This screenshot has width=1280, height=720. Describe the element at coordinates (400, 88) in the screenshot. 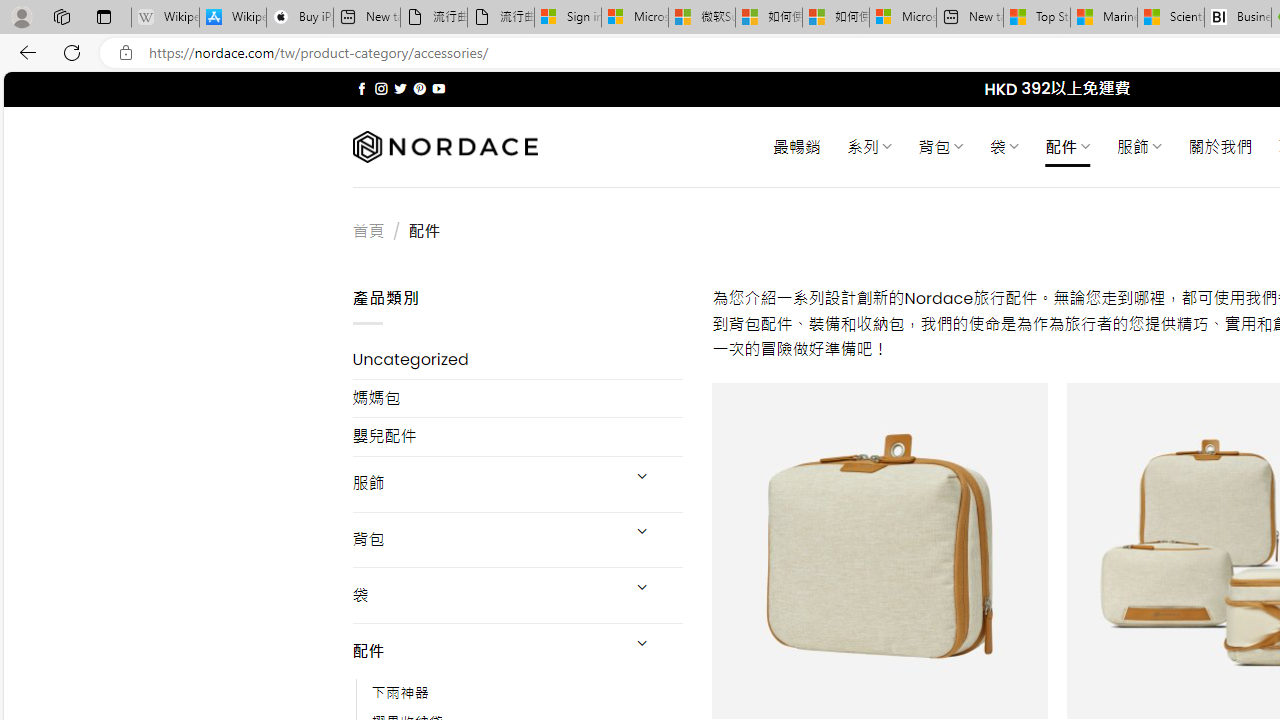

I see `'Follow on Twitter'` at that location.